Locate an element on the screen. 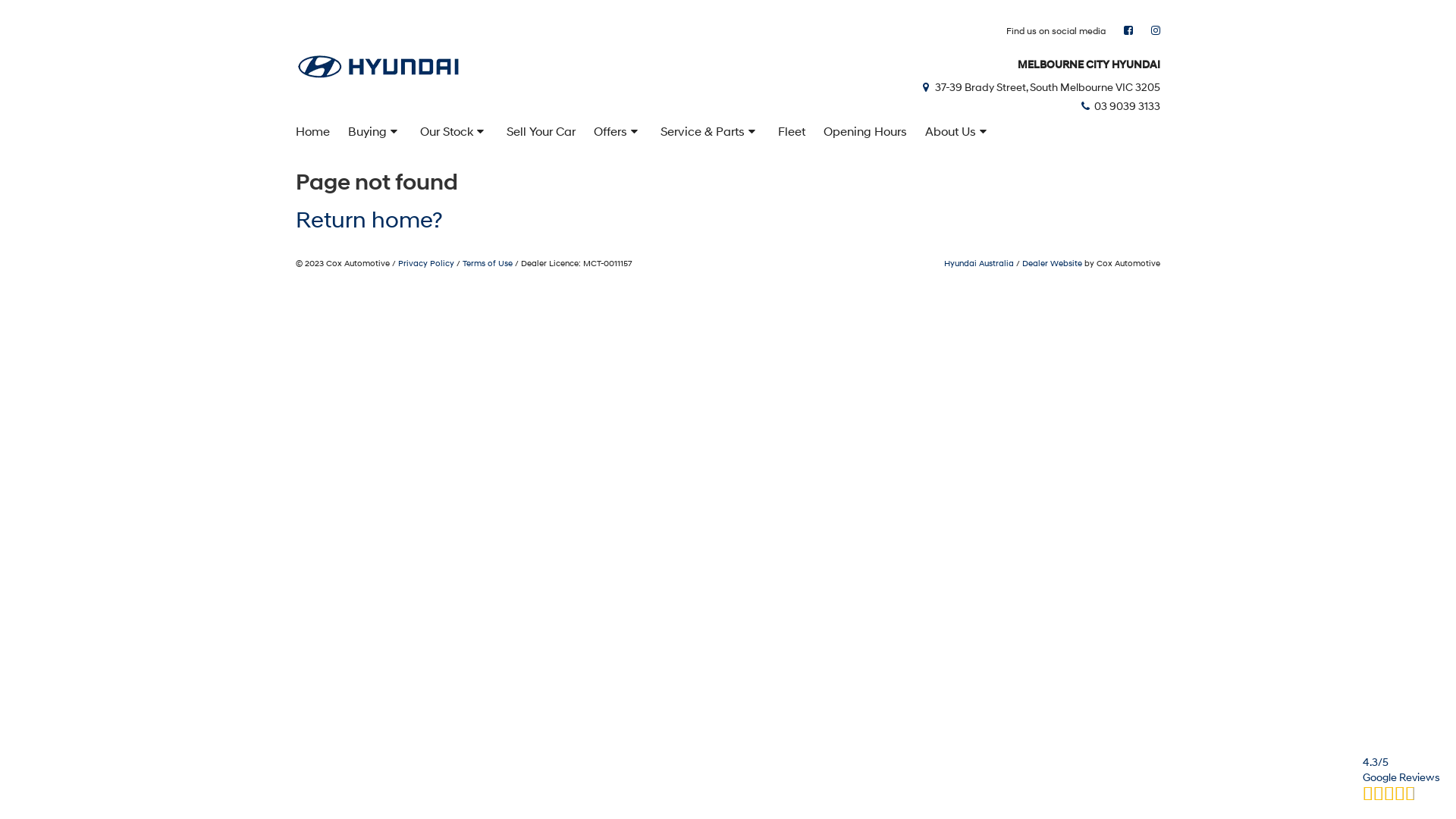 This screenshot has width=1456, height=819. 'Hyundai Australia' is located at coordinates (979, 262).